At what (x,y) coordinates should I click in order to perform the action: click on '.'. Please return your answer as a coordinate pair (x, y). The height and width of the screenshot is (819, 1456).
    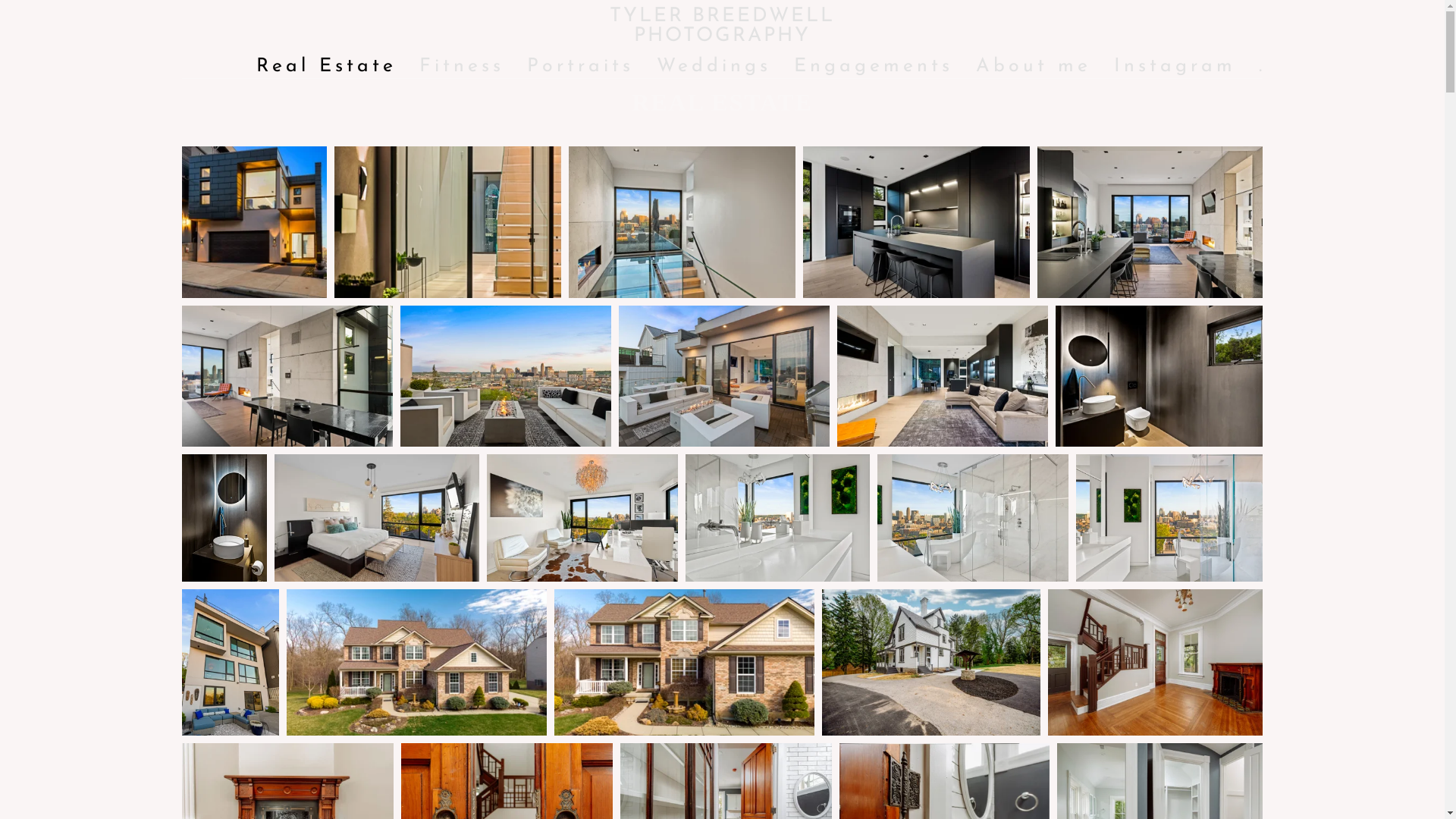
    Looking at the image, I should click on (1261, 65).